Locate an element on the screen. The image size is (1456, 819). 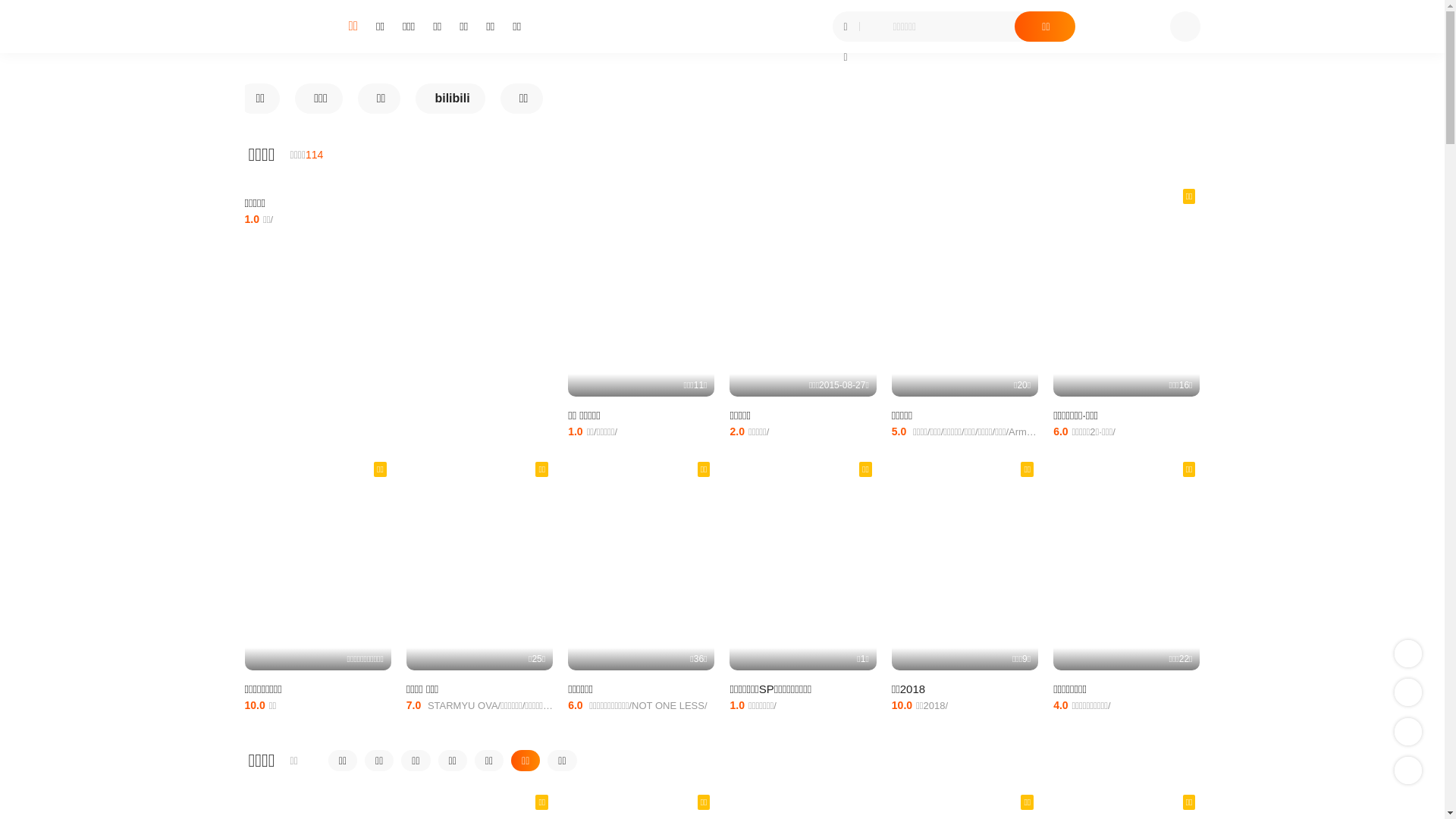
'bilibili' is located at coordinates (449, 99).